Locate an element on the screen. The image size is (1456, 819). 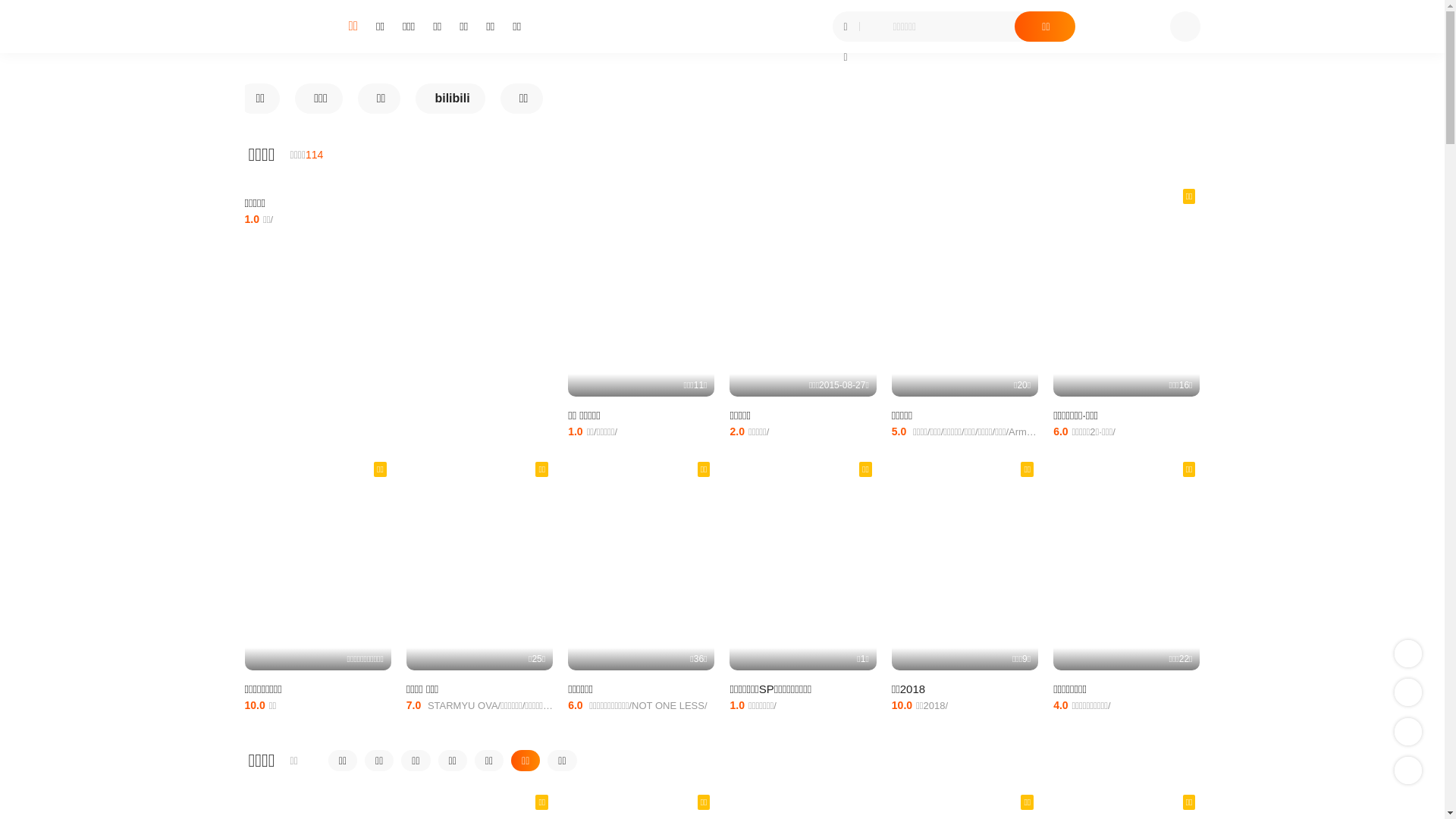
'bilibili' is located at coordinates (449, 99).